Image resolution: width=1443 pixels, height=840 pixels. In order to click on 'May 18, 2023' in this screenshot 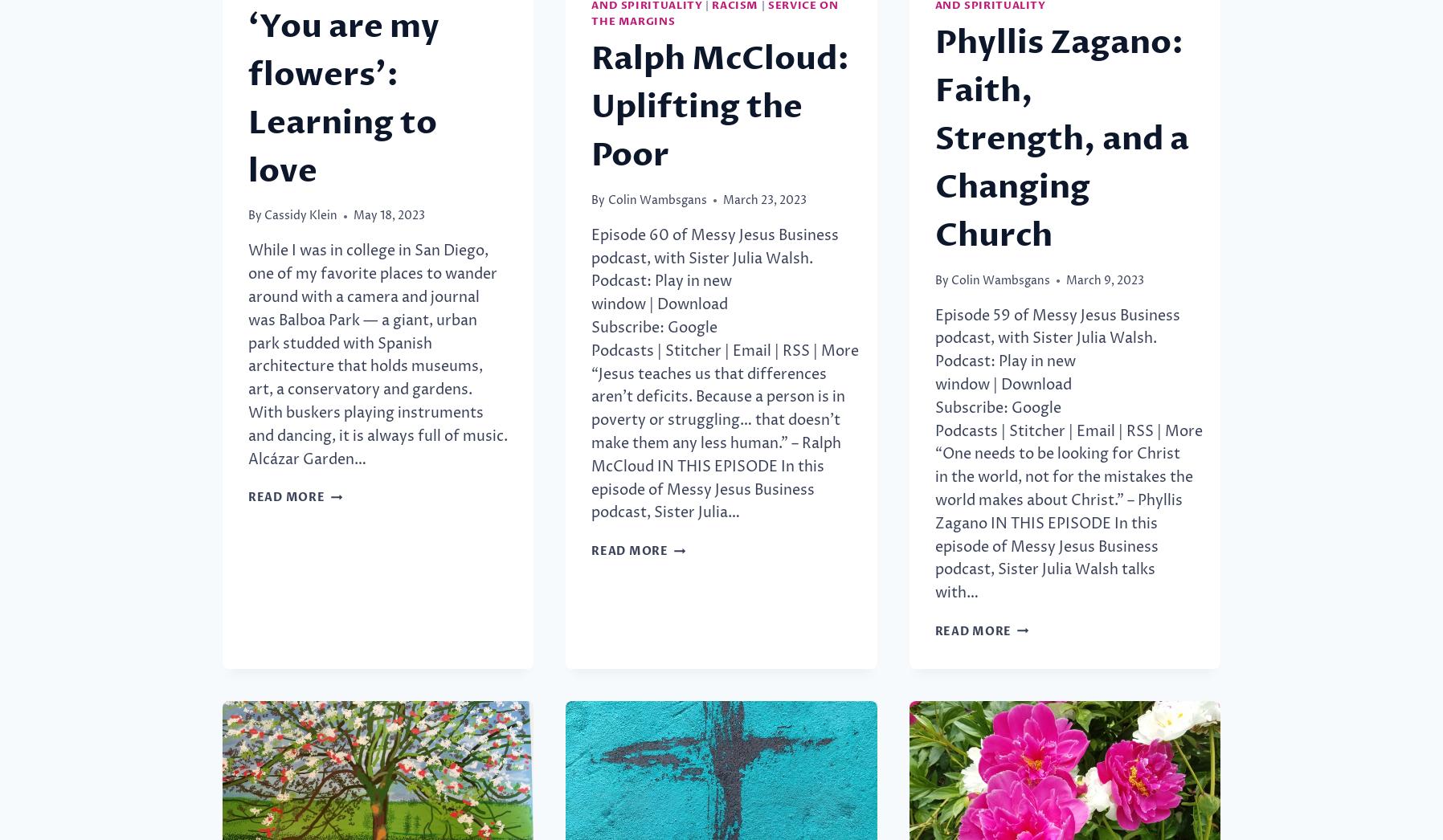, I will do `click(388, 216)`.